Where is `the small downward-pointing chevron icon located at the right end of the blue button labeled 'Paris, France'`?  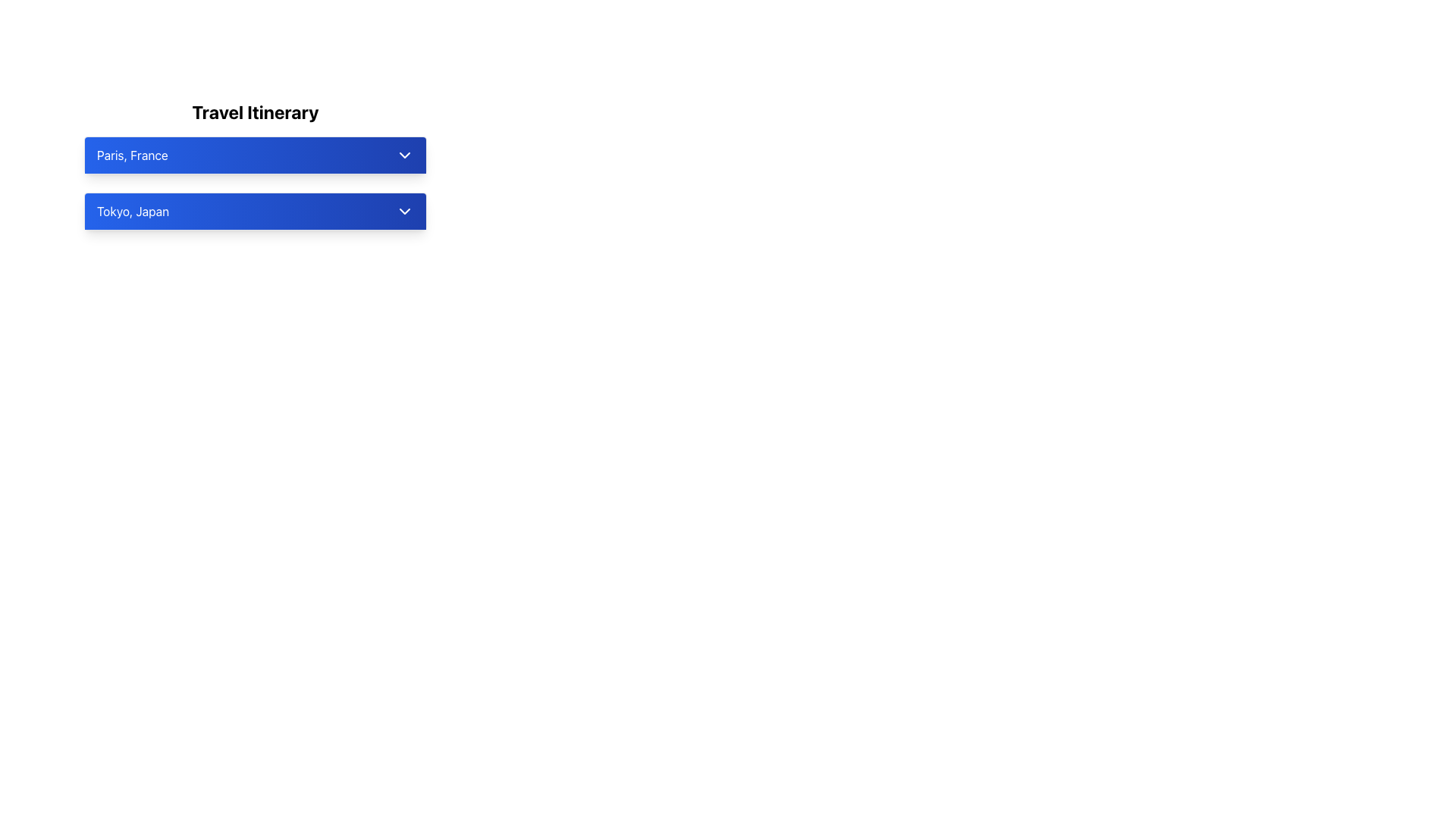
the small downward-pointing chevron icon located at the right end of the blue button labeled 'Paris, France' is located at coordinates (404, 155).